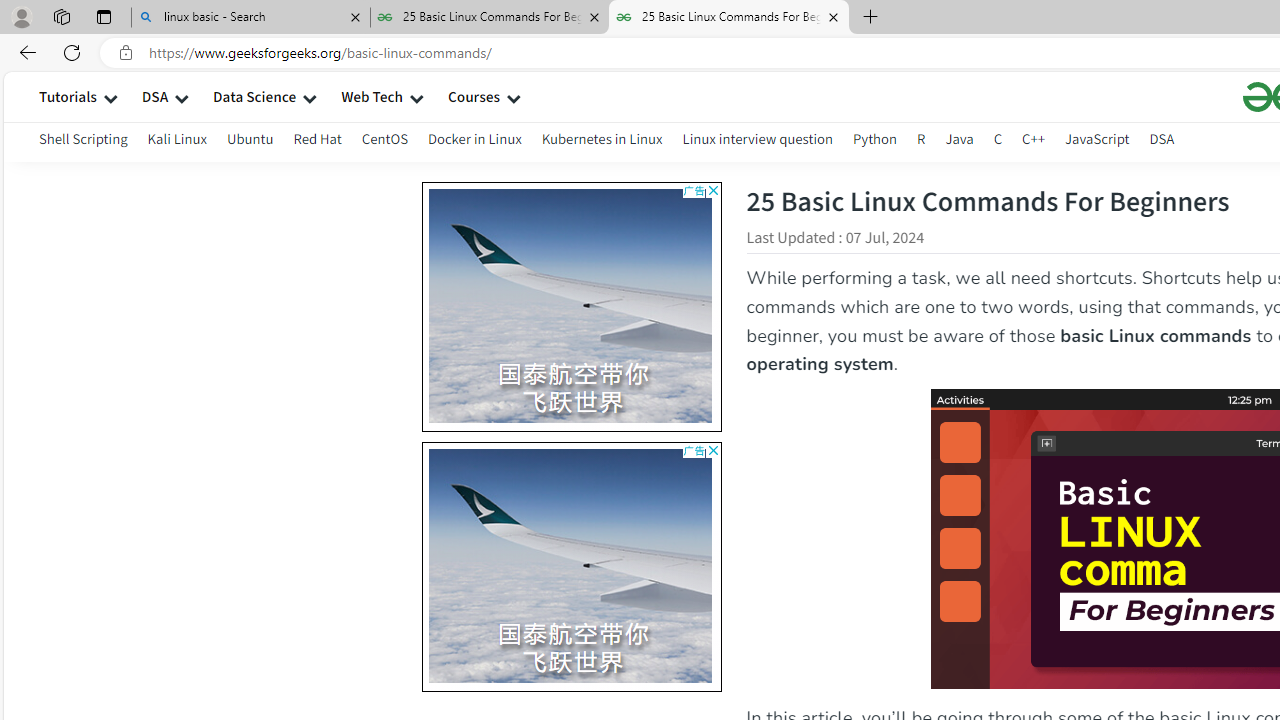 Image resolution: width=1280 pixels, height=720 pixels. Describe the element at coordinates (1034, 141) in the screenshot. I see `'C++'` at that location.